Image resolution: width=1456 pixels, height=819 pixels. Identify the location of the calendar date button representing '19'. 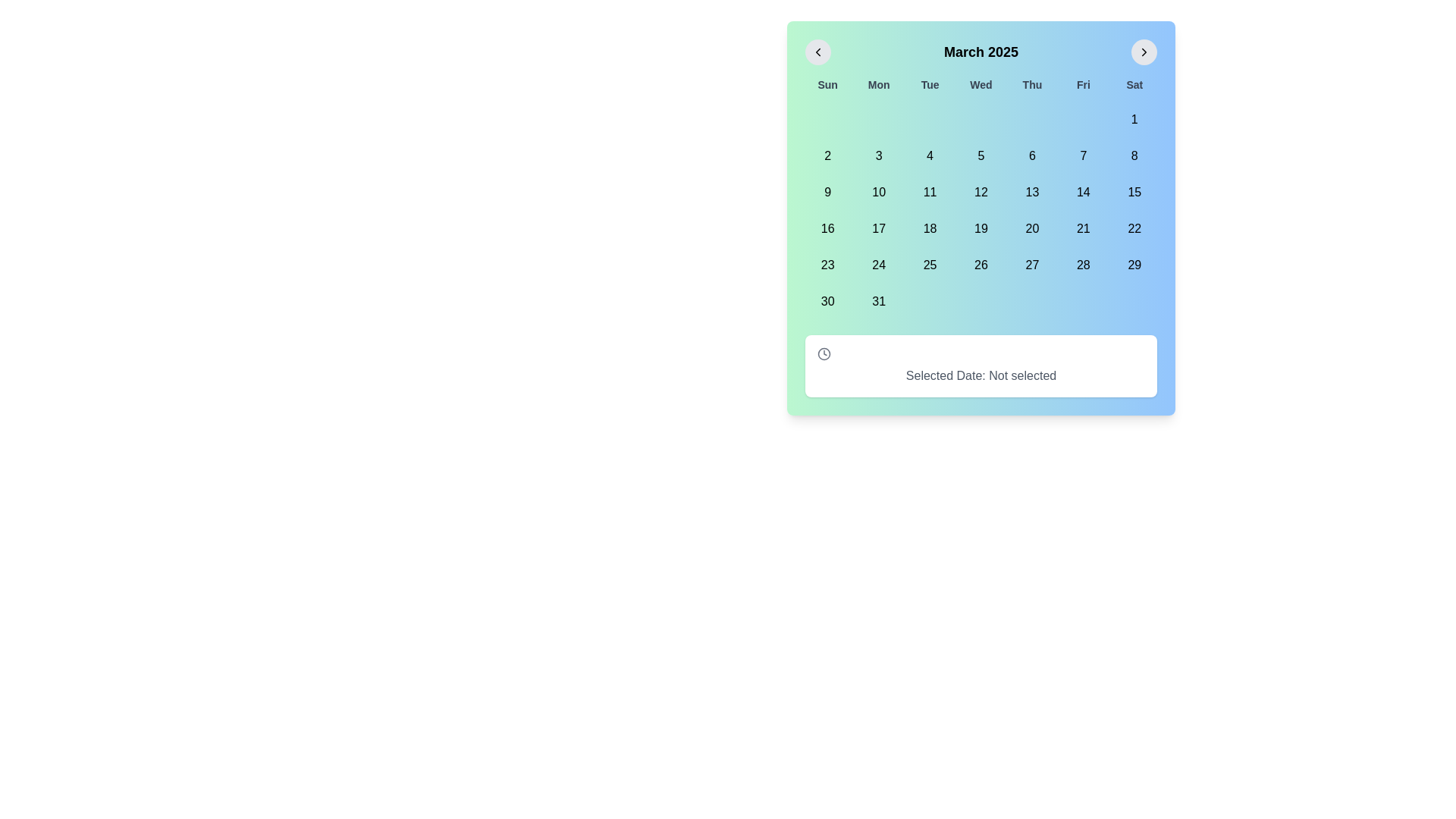
(981, 228).